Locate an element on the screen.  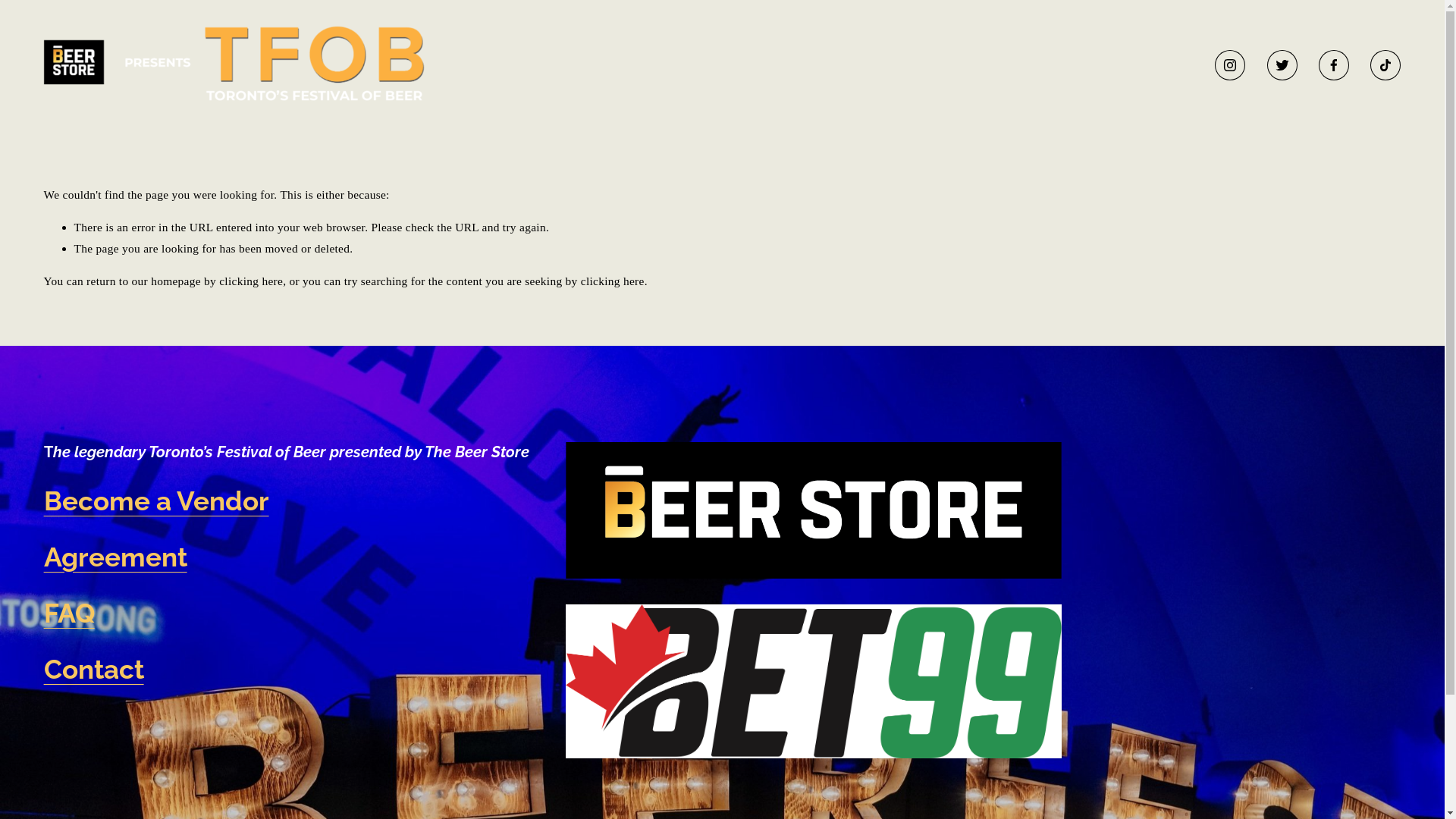
'Become a Vendor' is located at coordinates (156, 500).